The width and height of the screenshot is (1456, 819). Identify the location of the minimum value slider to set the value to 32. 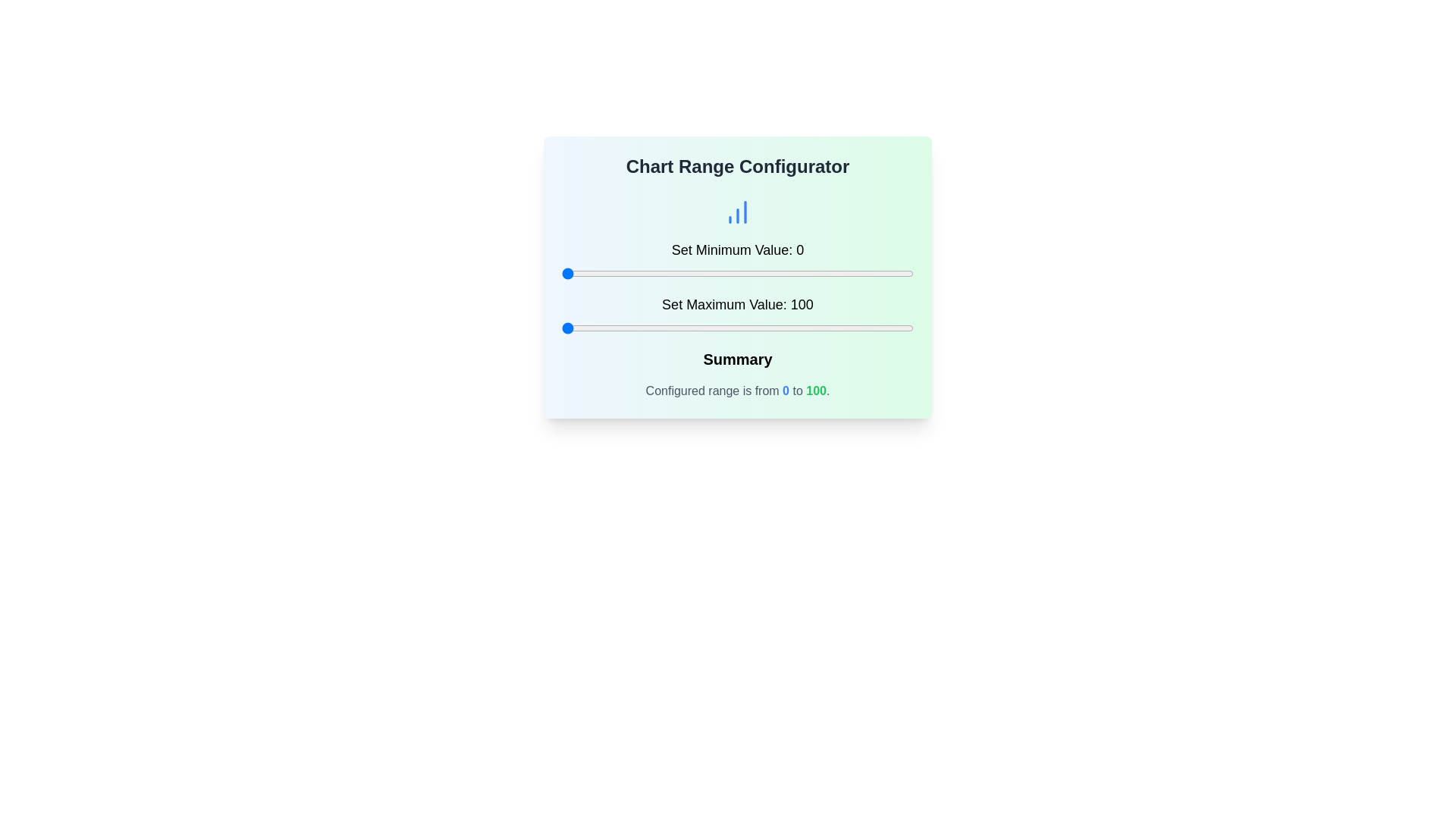
(673, 274).